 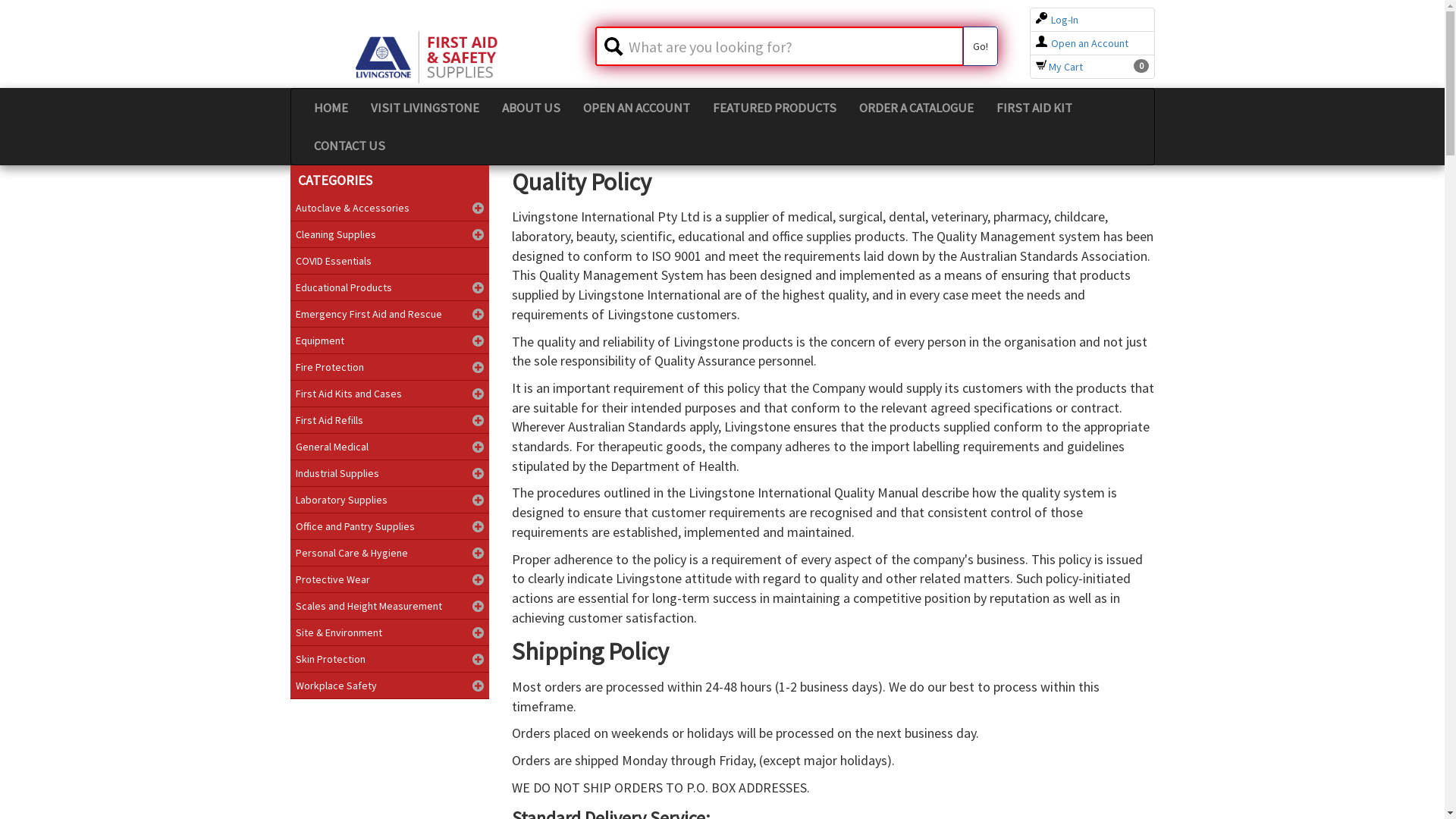 What do you see at coordinates (1033, 107) in the screenshot?
I see `'FIRST AID KIT'` at bounding box center [1033, 107].